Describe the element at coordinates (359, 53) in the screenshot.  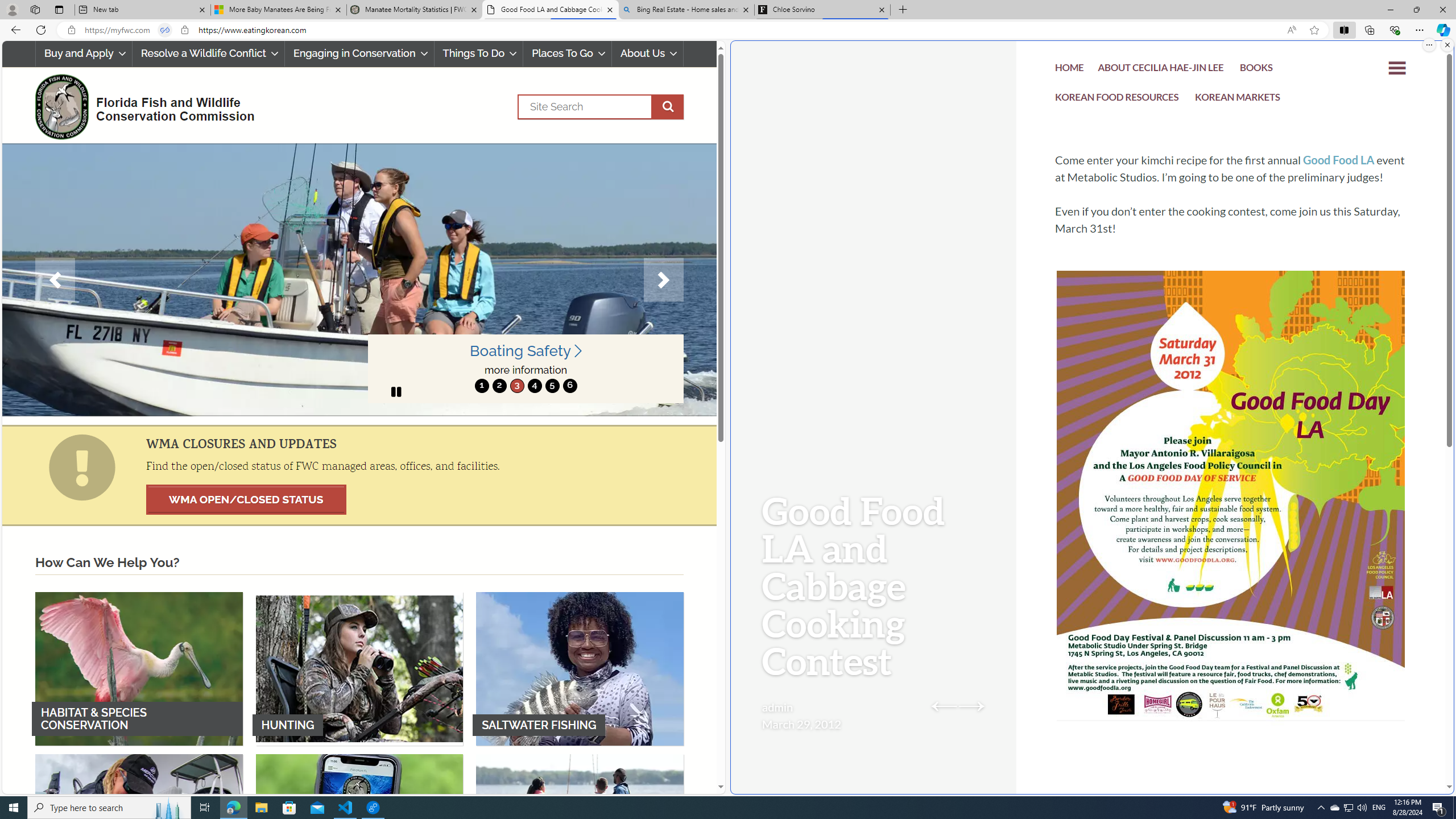
I see `'Engaging in Conservation'` at that location.